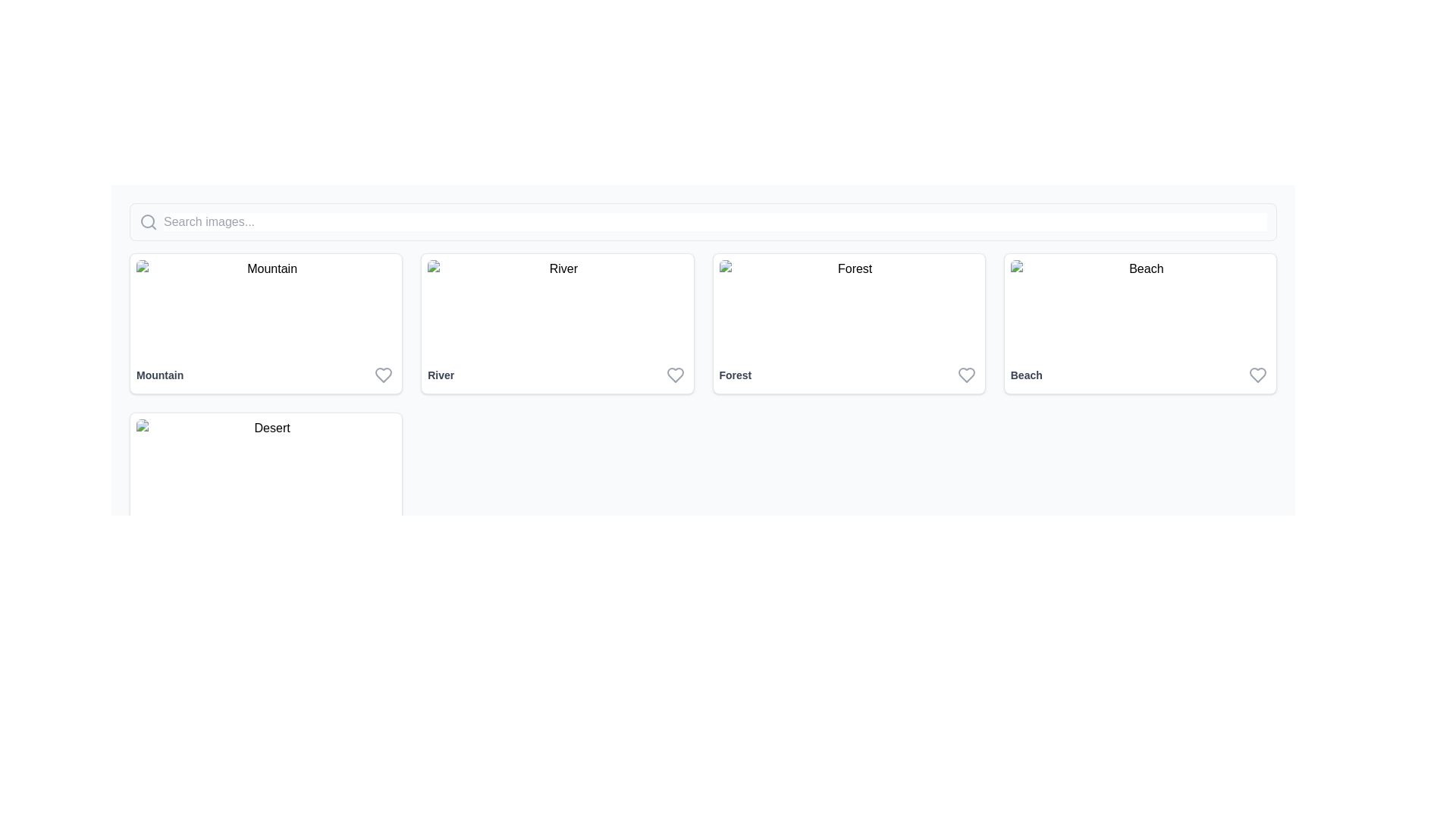 This screenshot has height=819, width=1456. What do you see at coordinates (674, 375) in the screenshot?
I see `the heart-shaped icon button located at the bottom-right corner of the 'River' card` at bounding box center [674, 375].